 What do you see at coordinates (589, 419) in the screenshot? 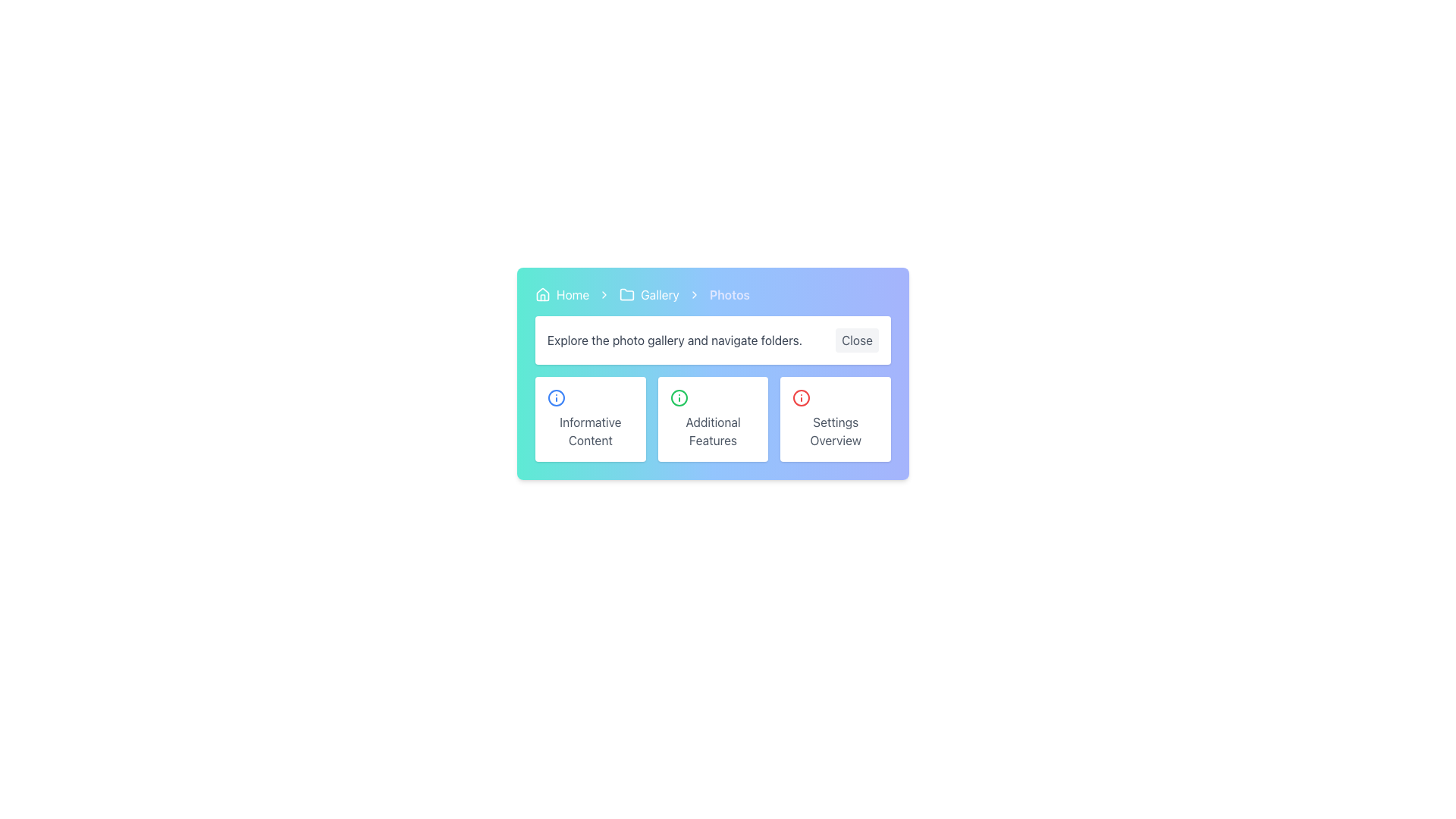
I see `the Informational Card located in the top-left area of the grid` at bounding box center [589, 419].